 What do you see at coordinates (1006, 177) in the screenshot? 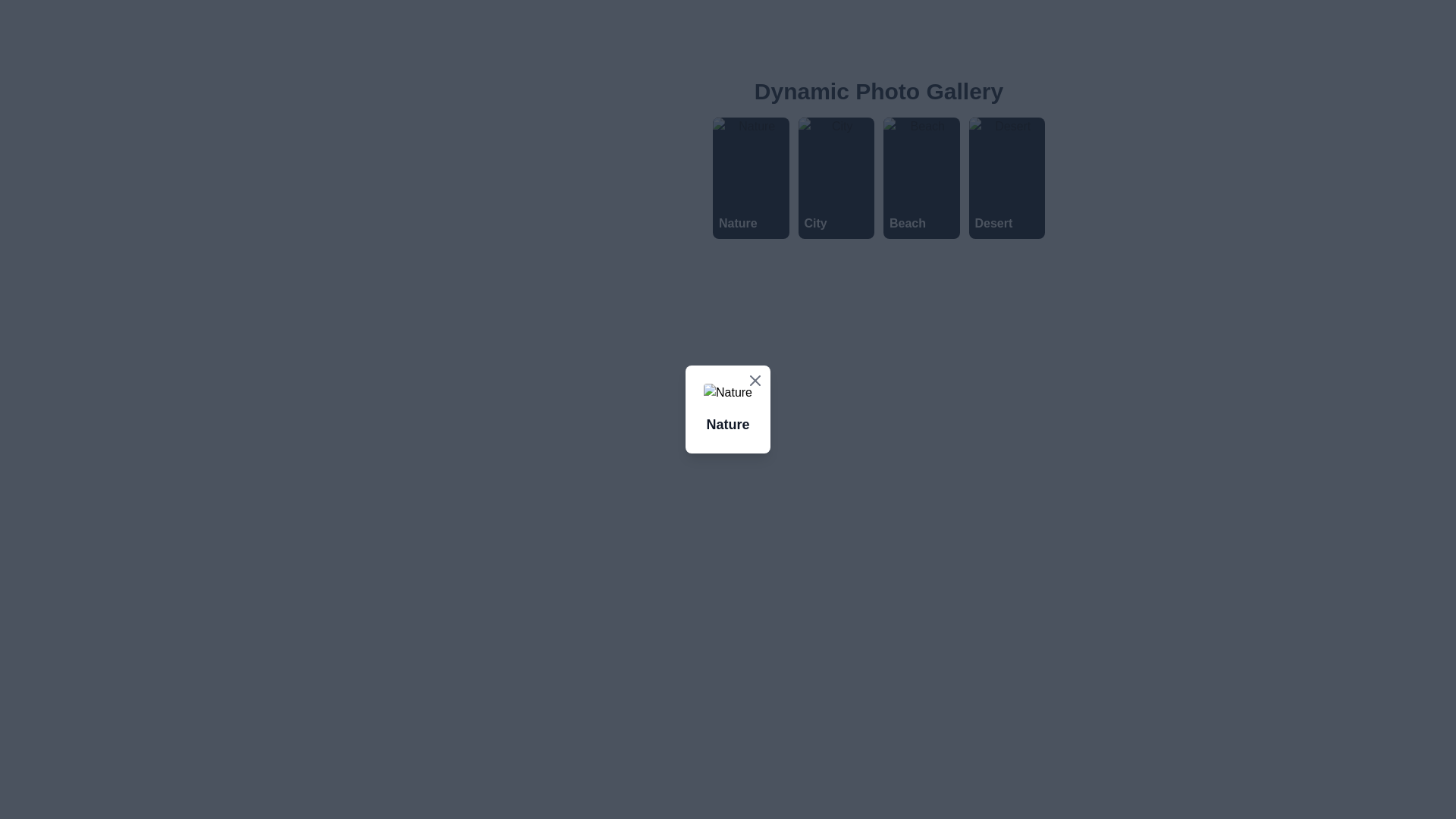
I see `the Image Card representing the 'Desert' category, which is the fourth card in a row of four cards aligned horizontally` at bounding box center [1006, 177].